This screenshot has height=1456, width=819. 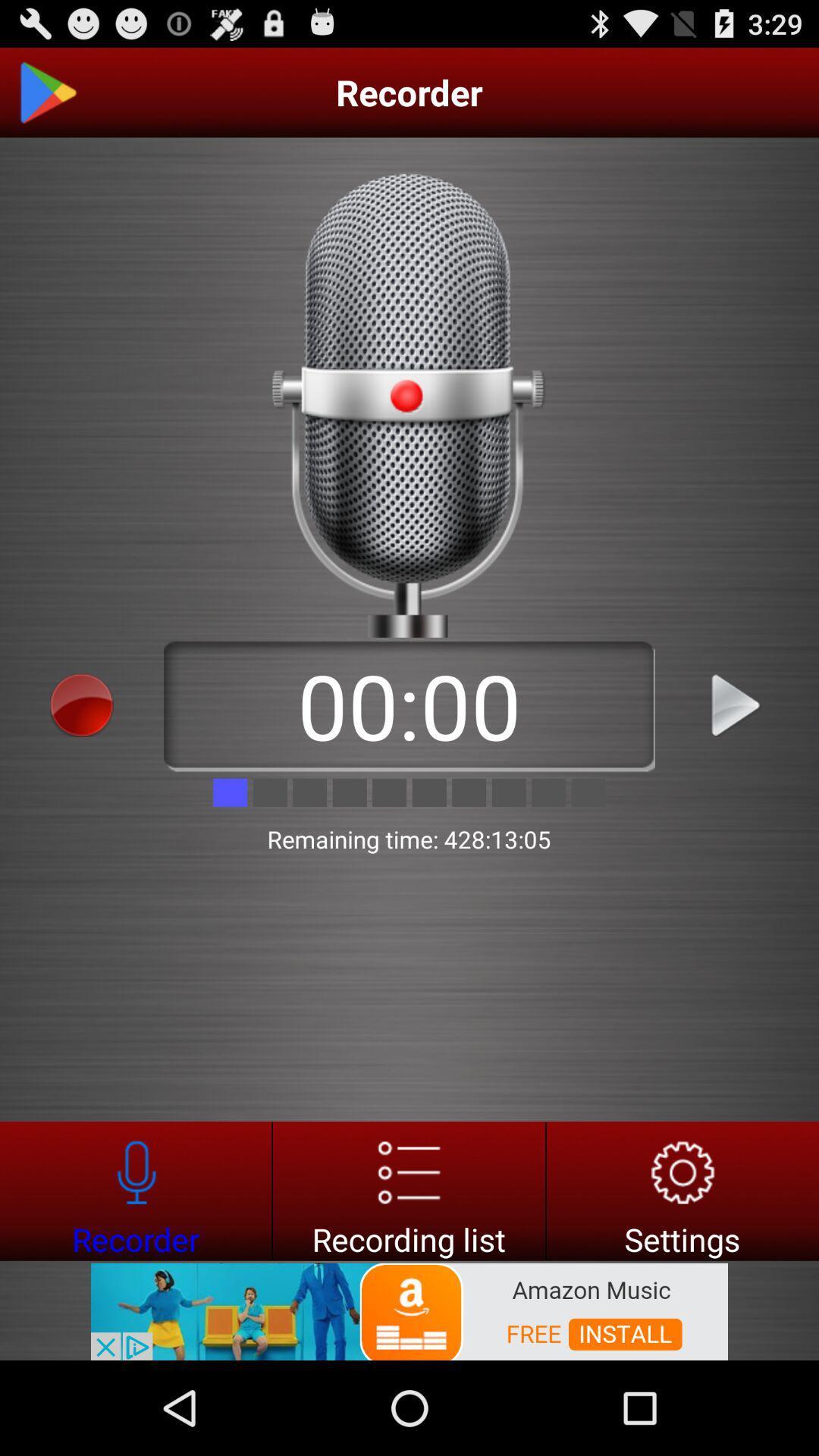 I want to click on advertisement link, so click(x=409, y=1310).